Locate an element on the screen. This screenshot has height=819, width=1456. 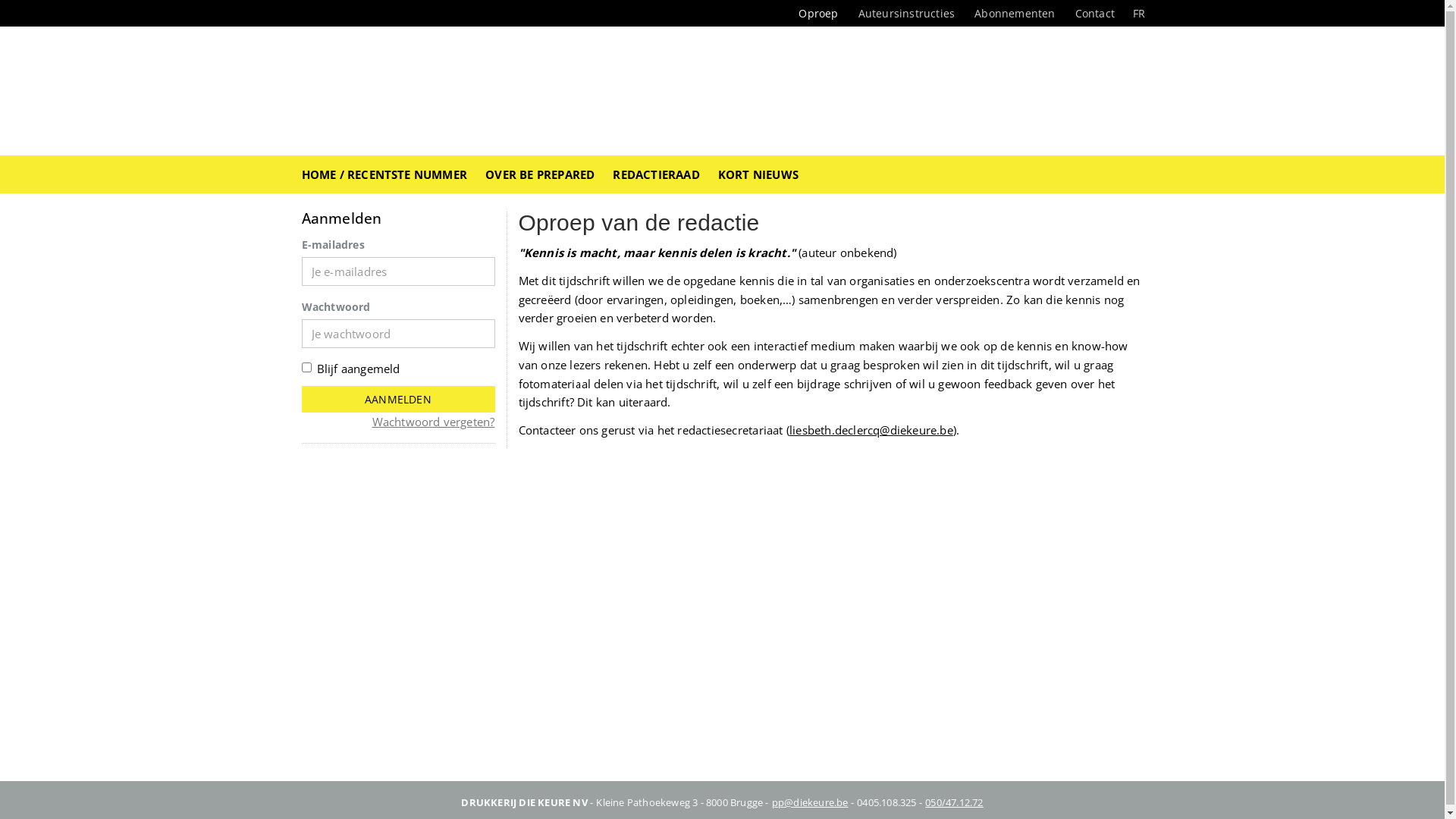
'Contact' is located at coordinates (1095, 13).